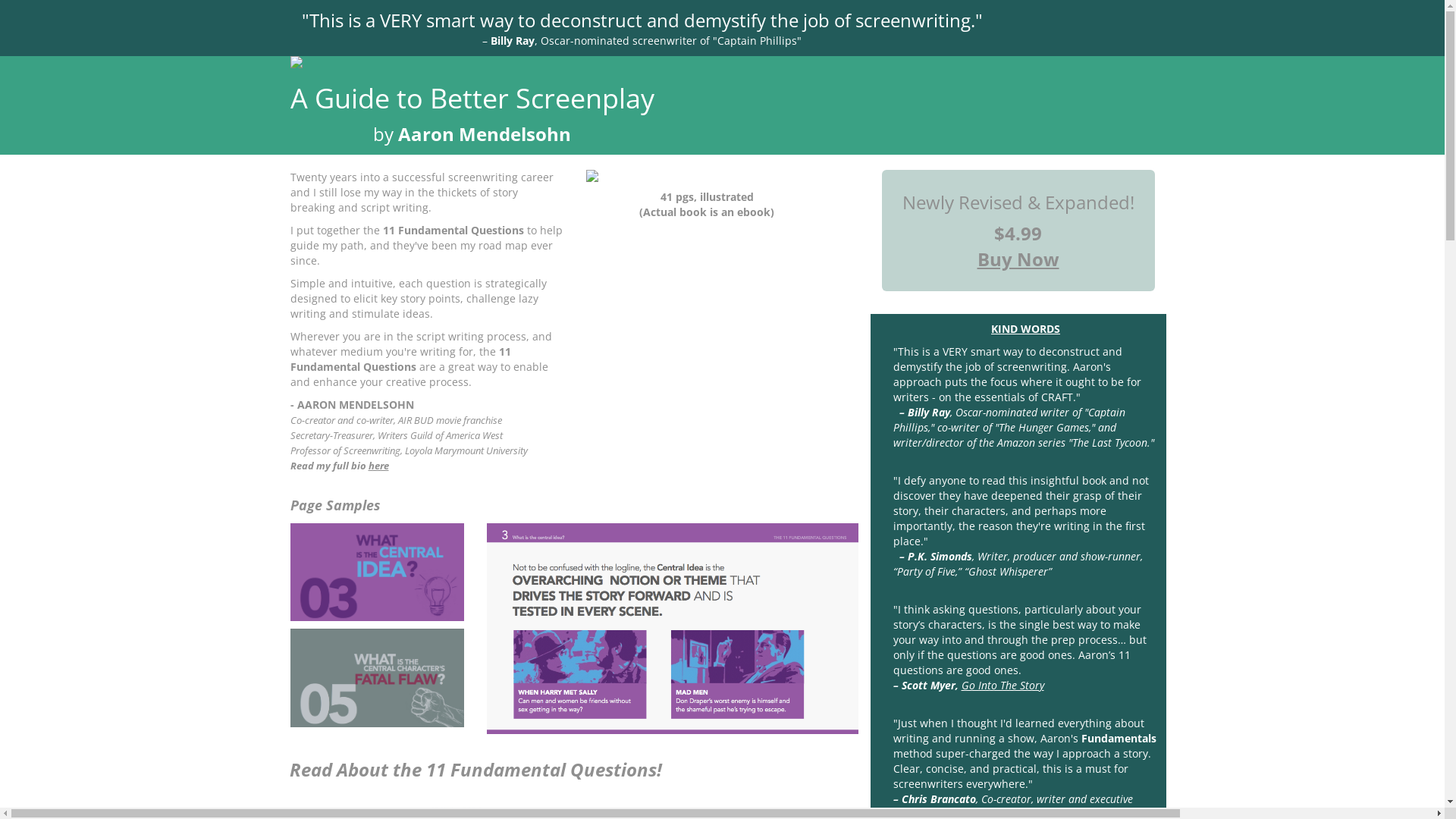 The height and width of the screenshot is (819, 1456). Describe the element at coordinates (368, 464) in the screenshot. I see `'here'` at that location.